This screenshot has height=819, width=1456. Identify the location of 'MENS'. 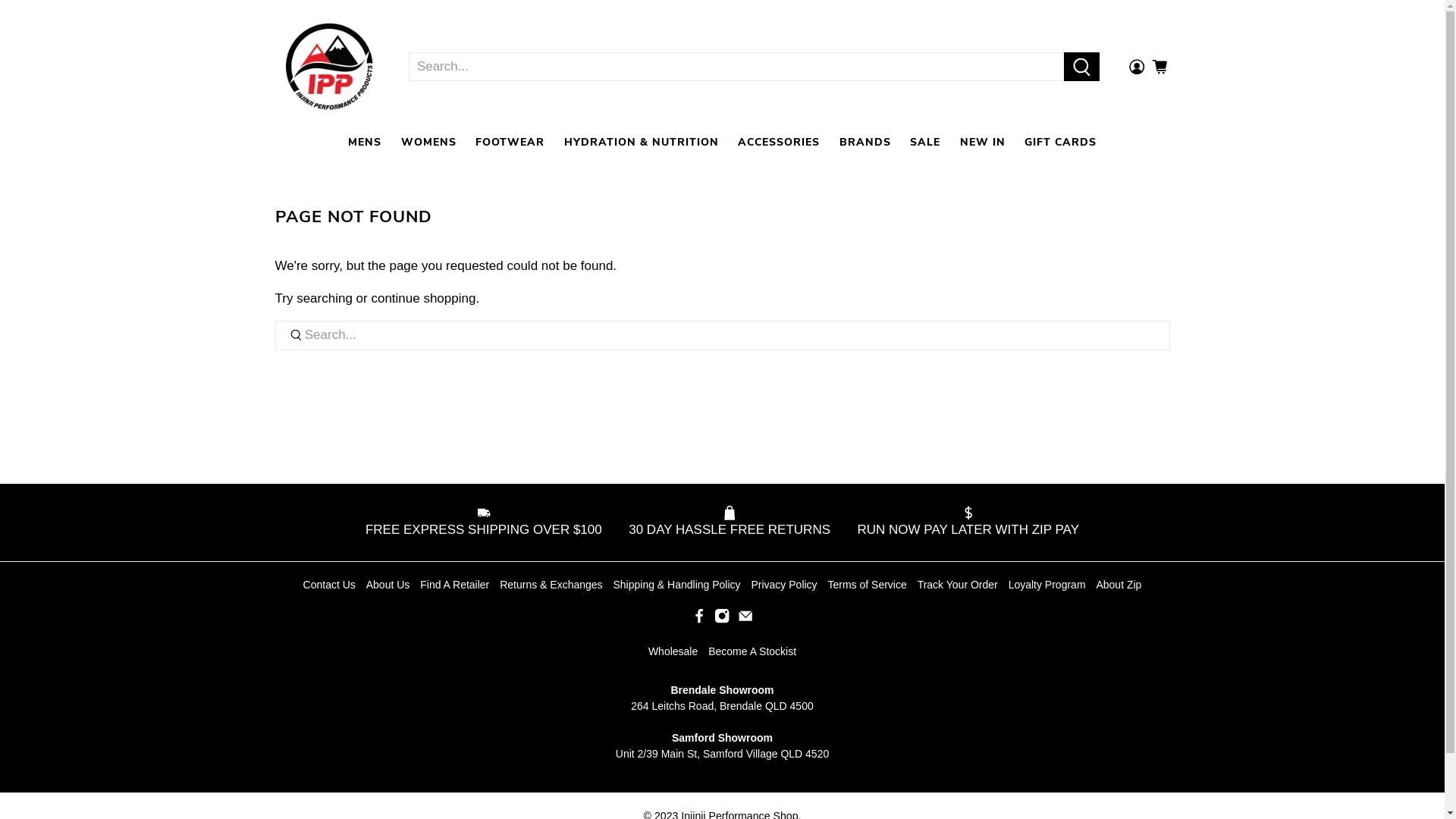
(364, 142).